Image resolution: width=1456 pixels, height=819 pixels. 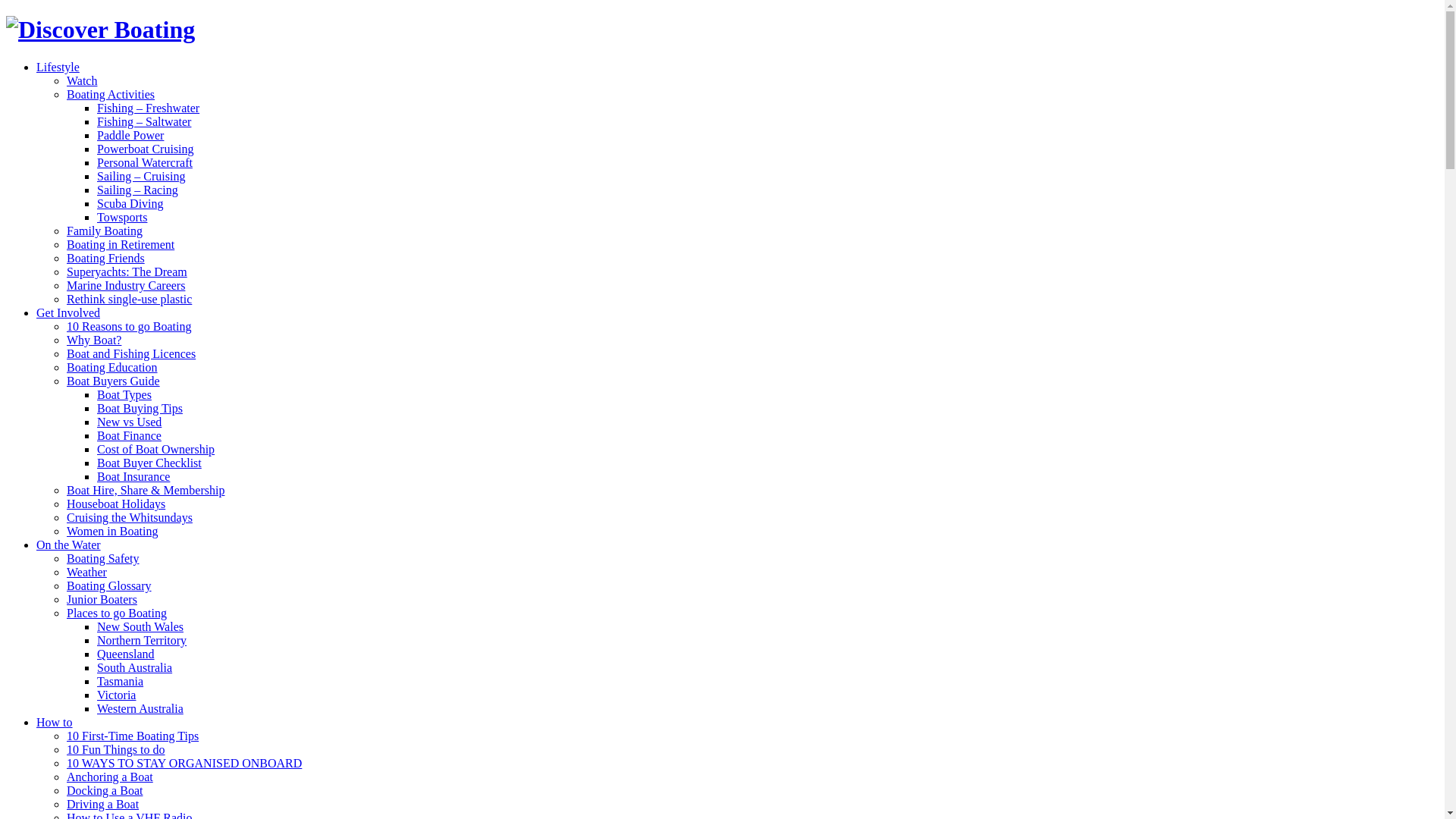 What do you see at coordinates (65, 490) in the screenshot?
I see `'Boat Hire, Share & Membership'` at bounding box center [65, 490].